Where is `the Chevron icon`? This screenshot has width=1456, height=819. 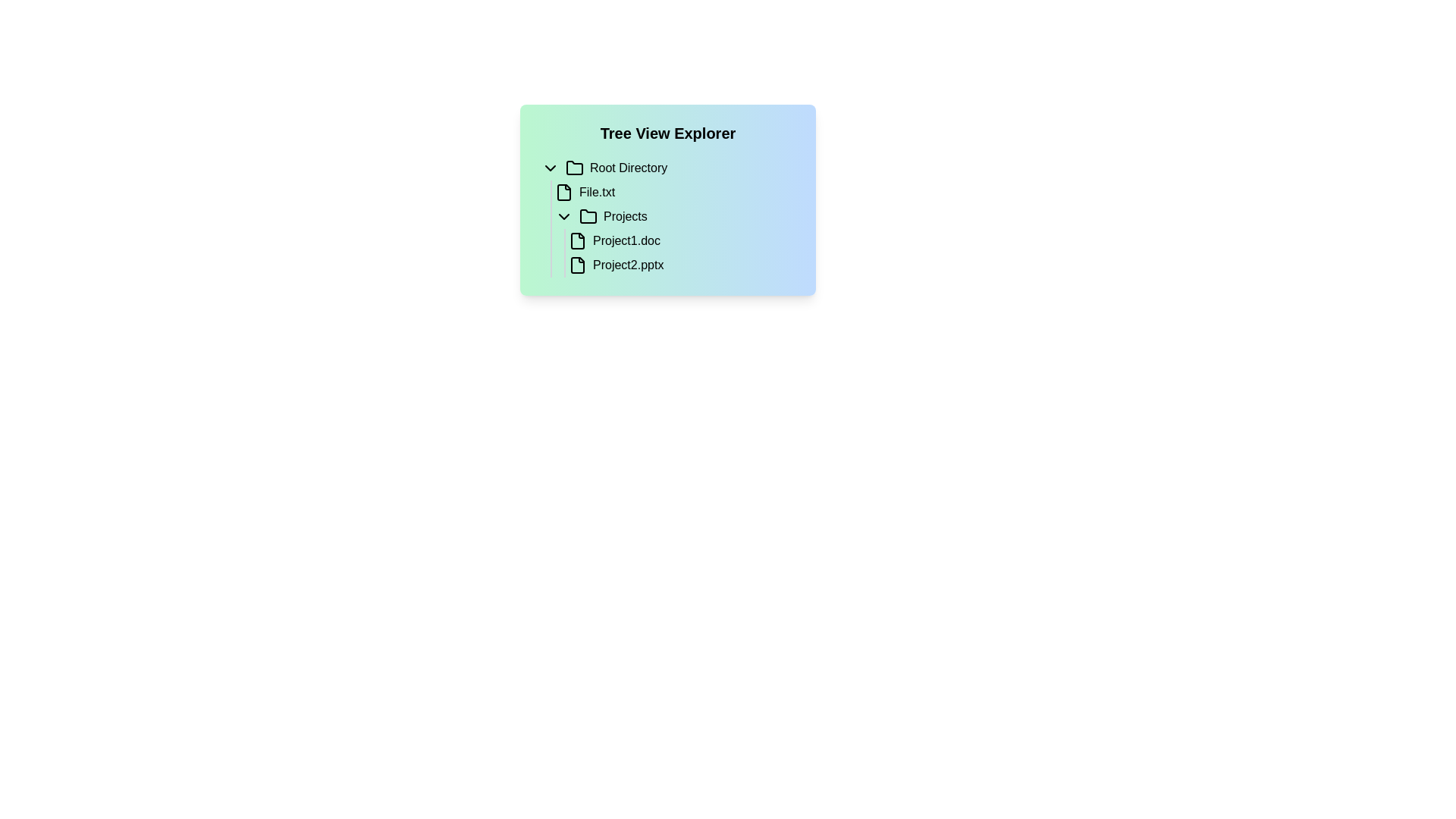
the Chevron icon is located at coordinates (549, 168).